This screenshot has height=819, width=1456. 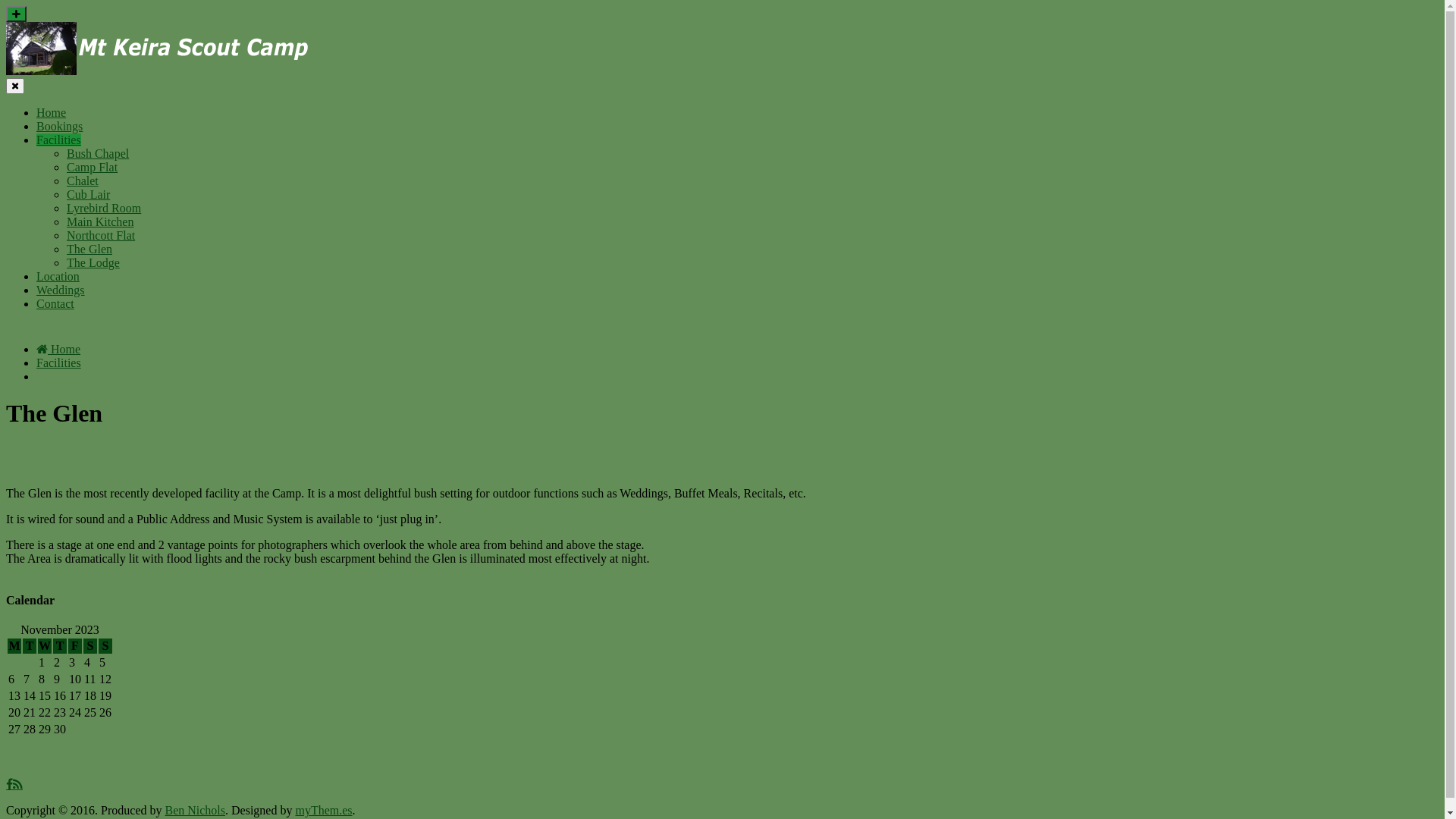 I want to click on 'Main Kitchen', so click(x=65, y=221).